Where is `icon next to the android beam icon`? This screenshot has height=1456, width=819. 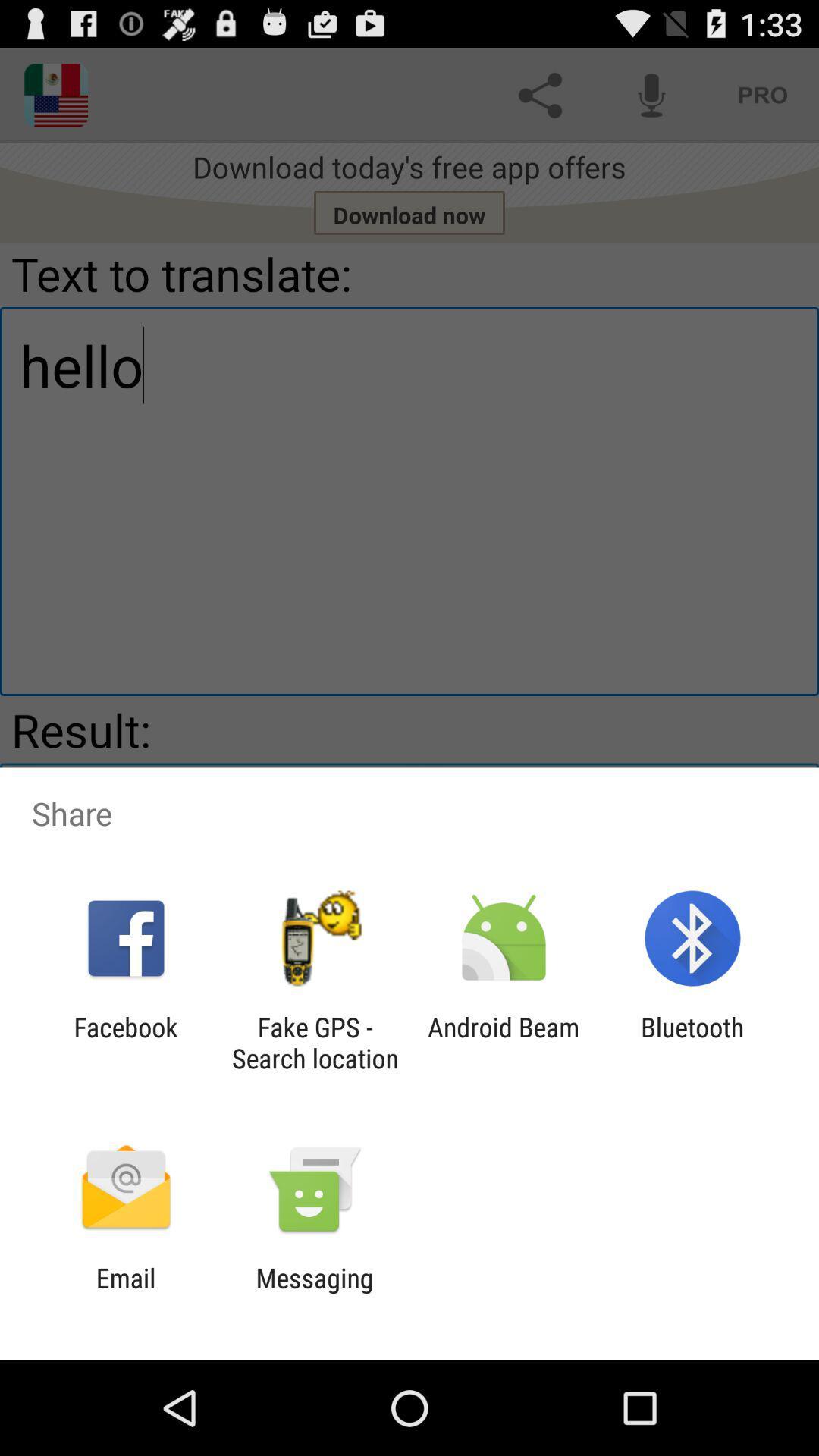
icon next to the android beam icon is located at coordinates (314, 1042).